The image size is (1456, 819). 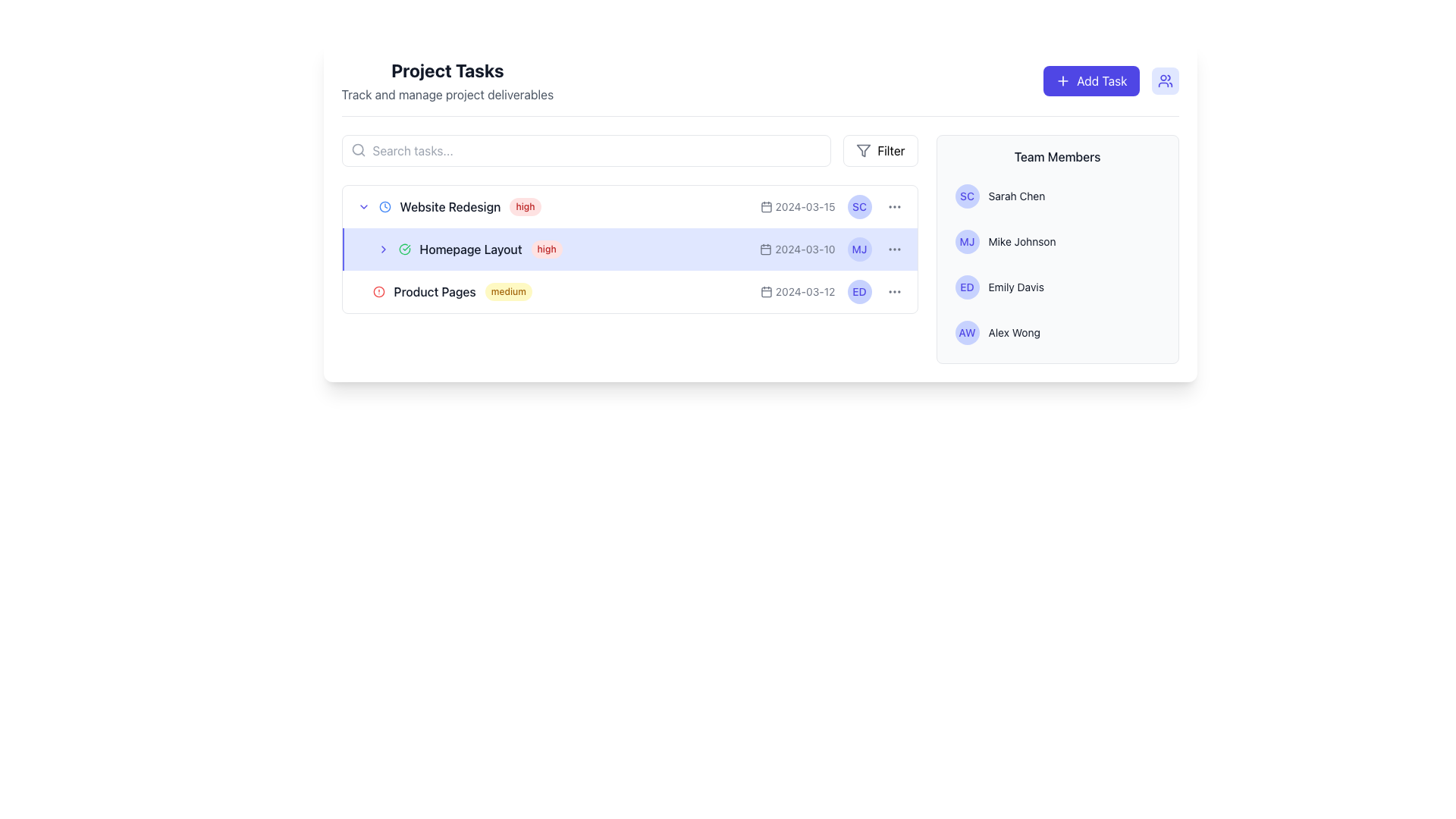 I want to click on the name 'Sarah Chen' in the first list item of the 'Team Members' section, so click(x=1056, y=195).